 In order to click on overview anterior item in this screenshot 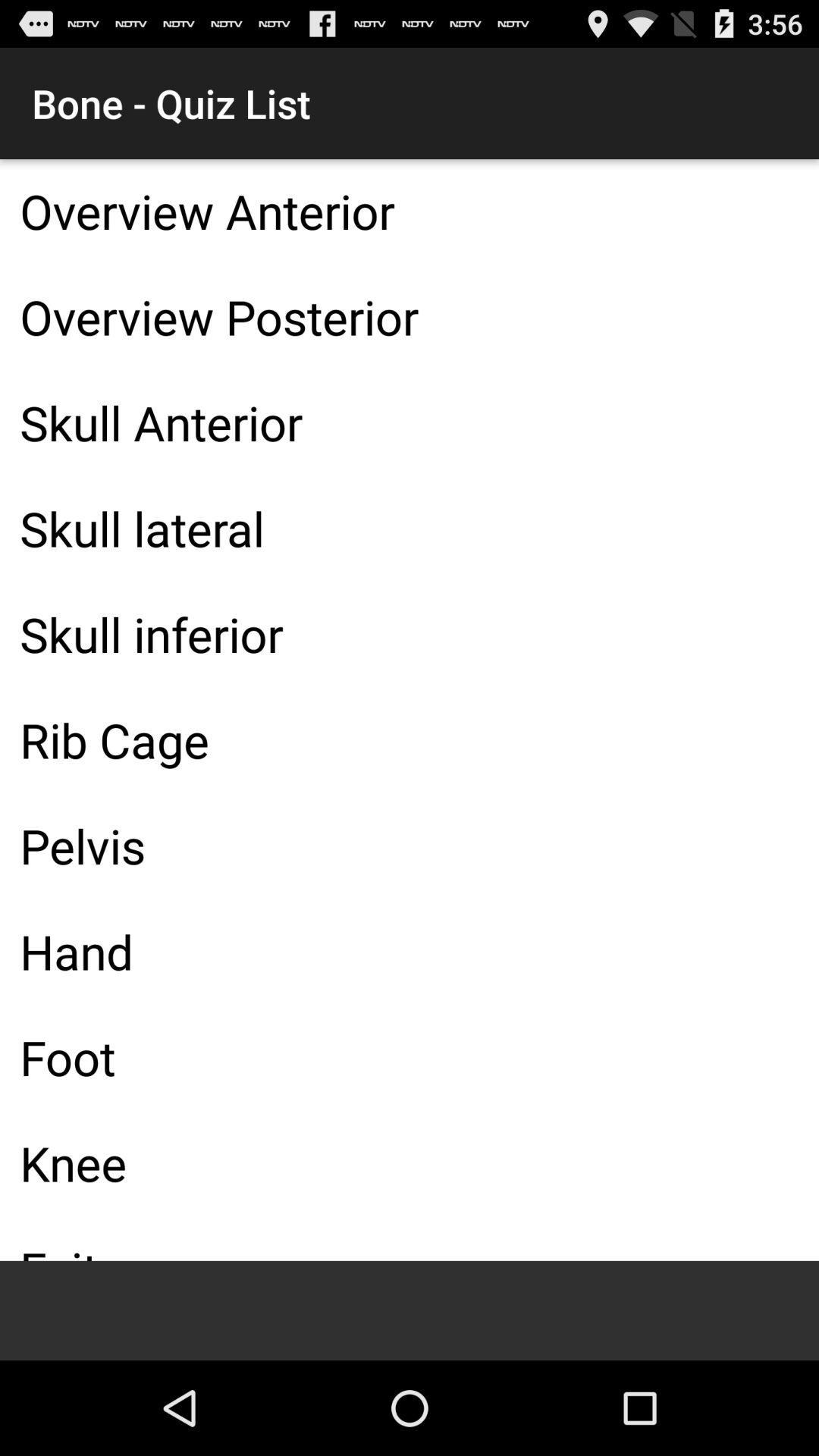, I will do `click(409, 210)`.